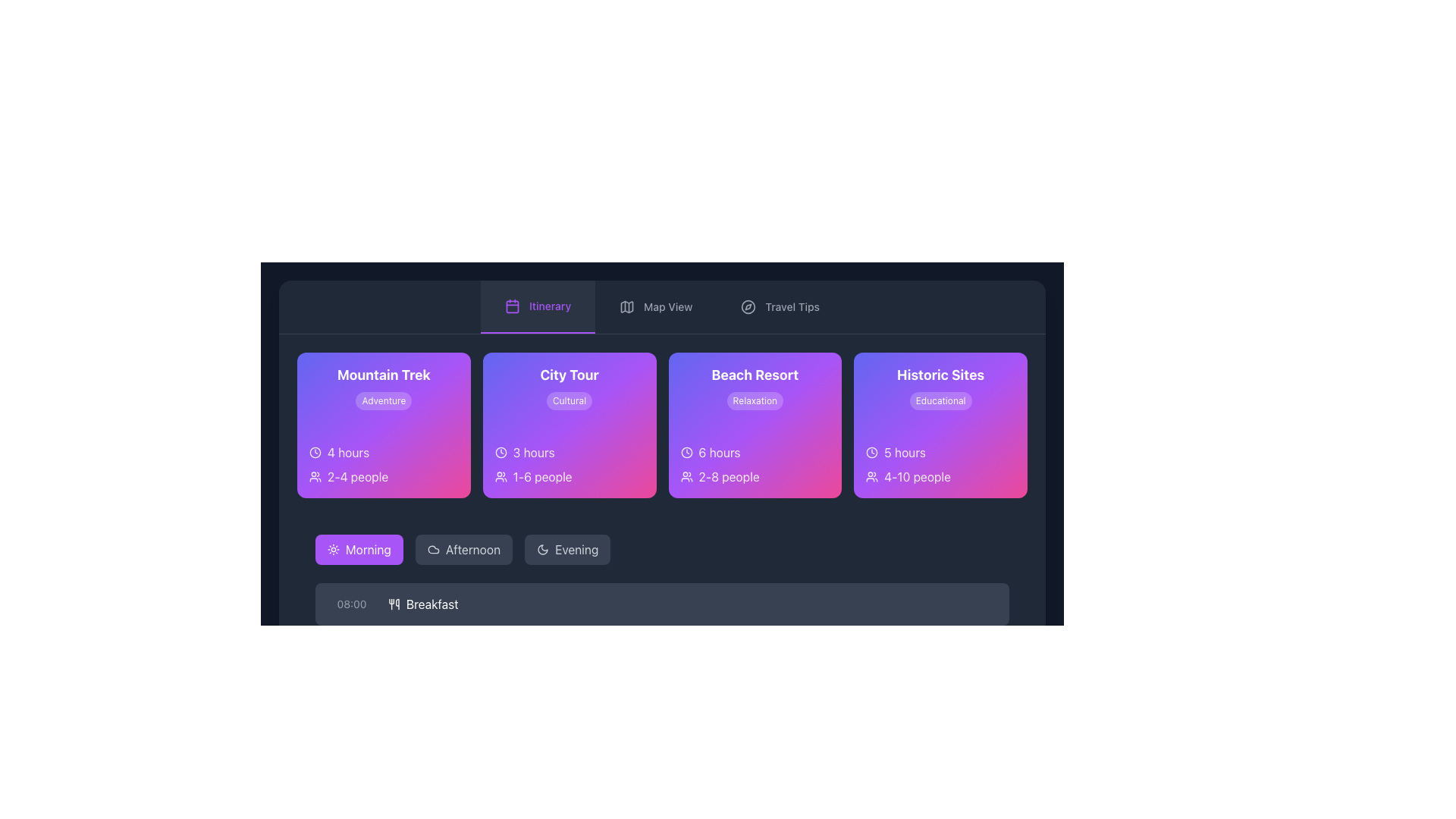 The image size is (1456, 819). Describe the element at coordinates (780, 307) in the screenshot. I see `the 'Travel Tips' button in the navigation bar` at that location.